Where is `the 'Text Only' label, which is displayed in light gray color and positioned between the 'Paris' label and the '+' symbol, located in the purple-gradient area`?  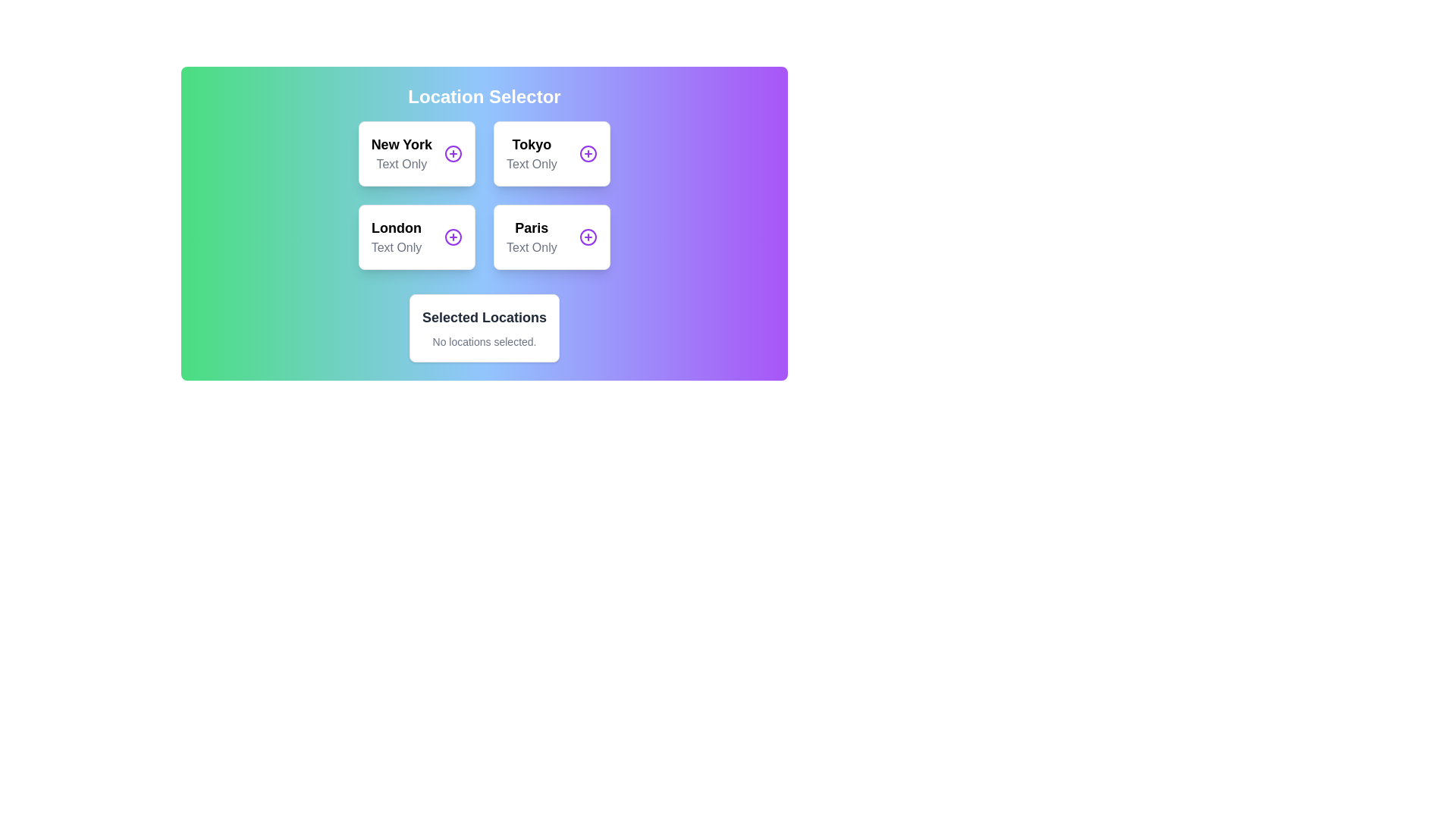
the 'Text Only' label, which is displayed in light gray color and positioned between the 'Paris' label and the '+' symbol, located in the purple-gradient area is located at coordinates (532, 247).